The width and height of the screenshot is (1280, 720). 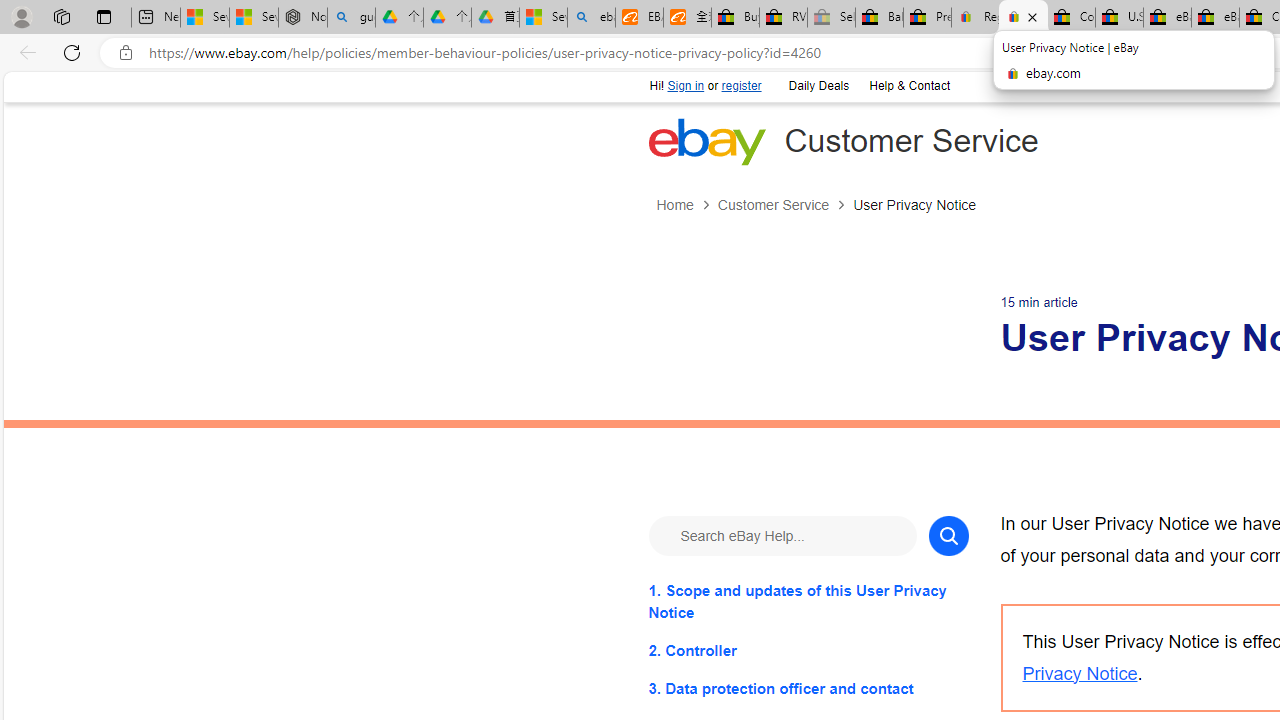 I want to click on 'Daily Deals', so click(x=819, y=86).